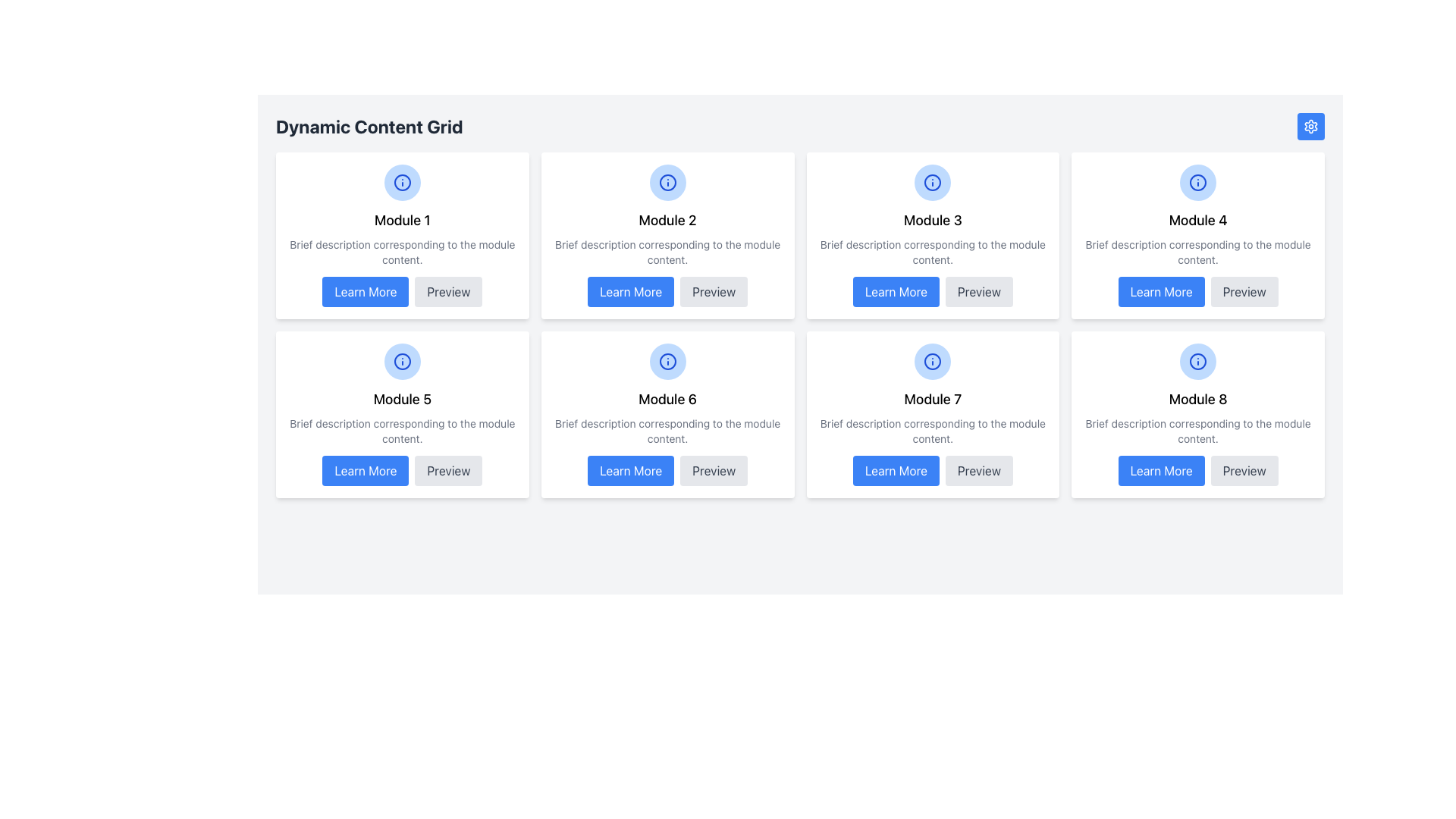 The height and width of the screenshot is (819, 1456). I want to click on the information icon located at the center-top of the 'Module 2' card to interact with the associated information, so click(667, 181).